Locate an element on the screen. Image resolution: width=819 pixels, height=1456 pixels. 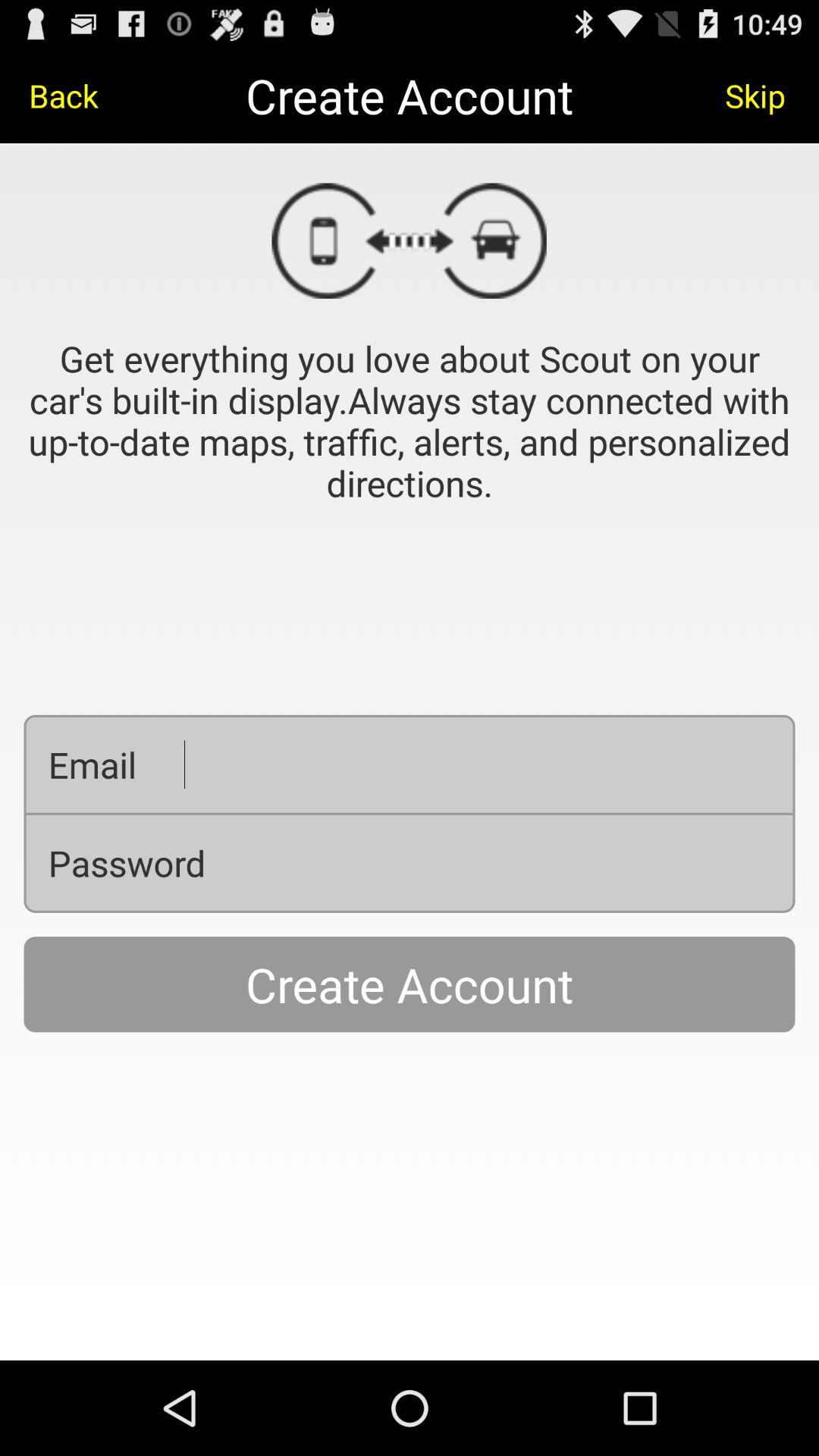
email required is located at coordinates (476, 764).